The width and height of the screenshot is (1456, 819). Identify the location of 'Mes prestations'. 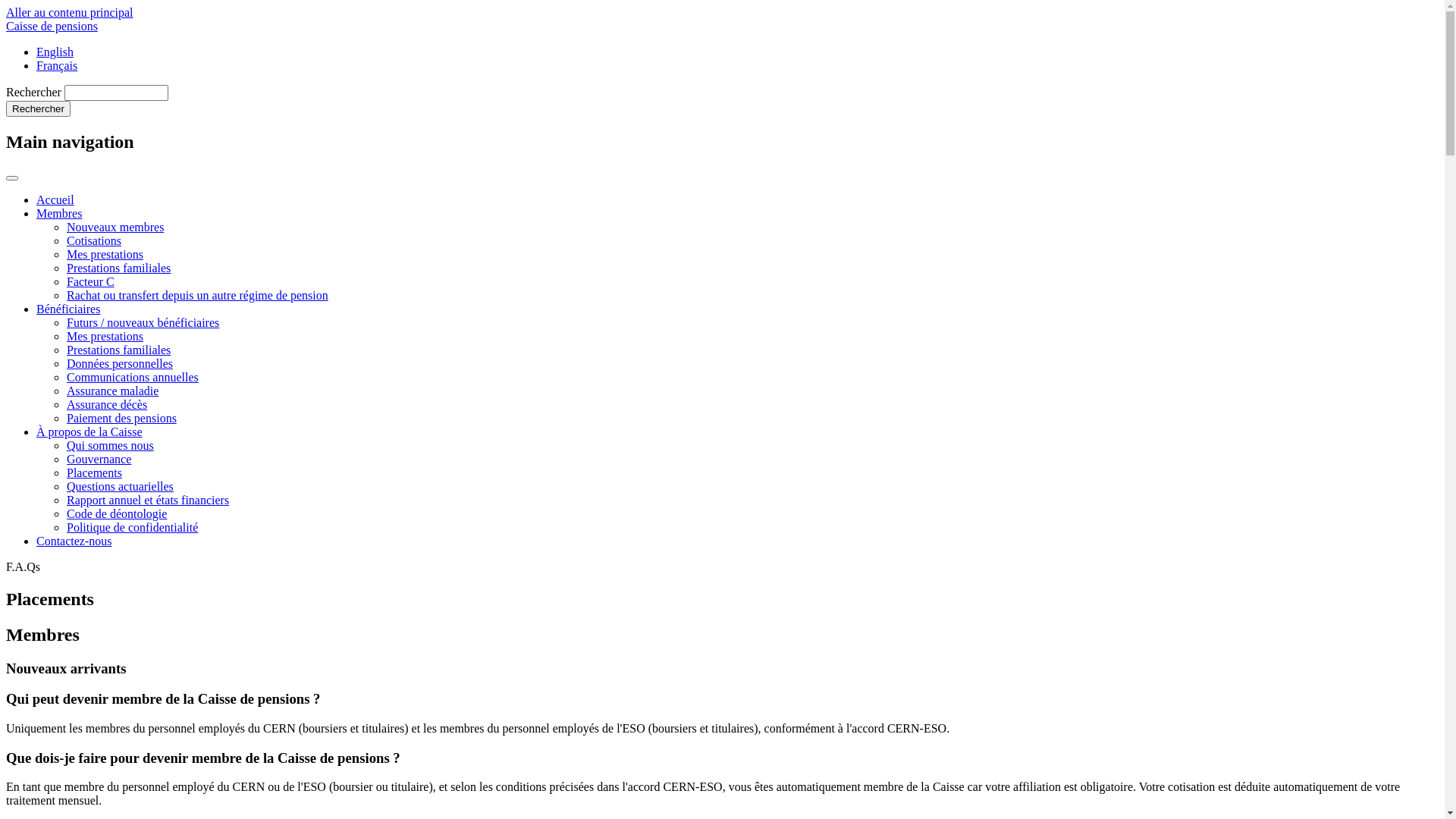
(65, 253).